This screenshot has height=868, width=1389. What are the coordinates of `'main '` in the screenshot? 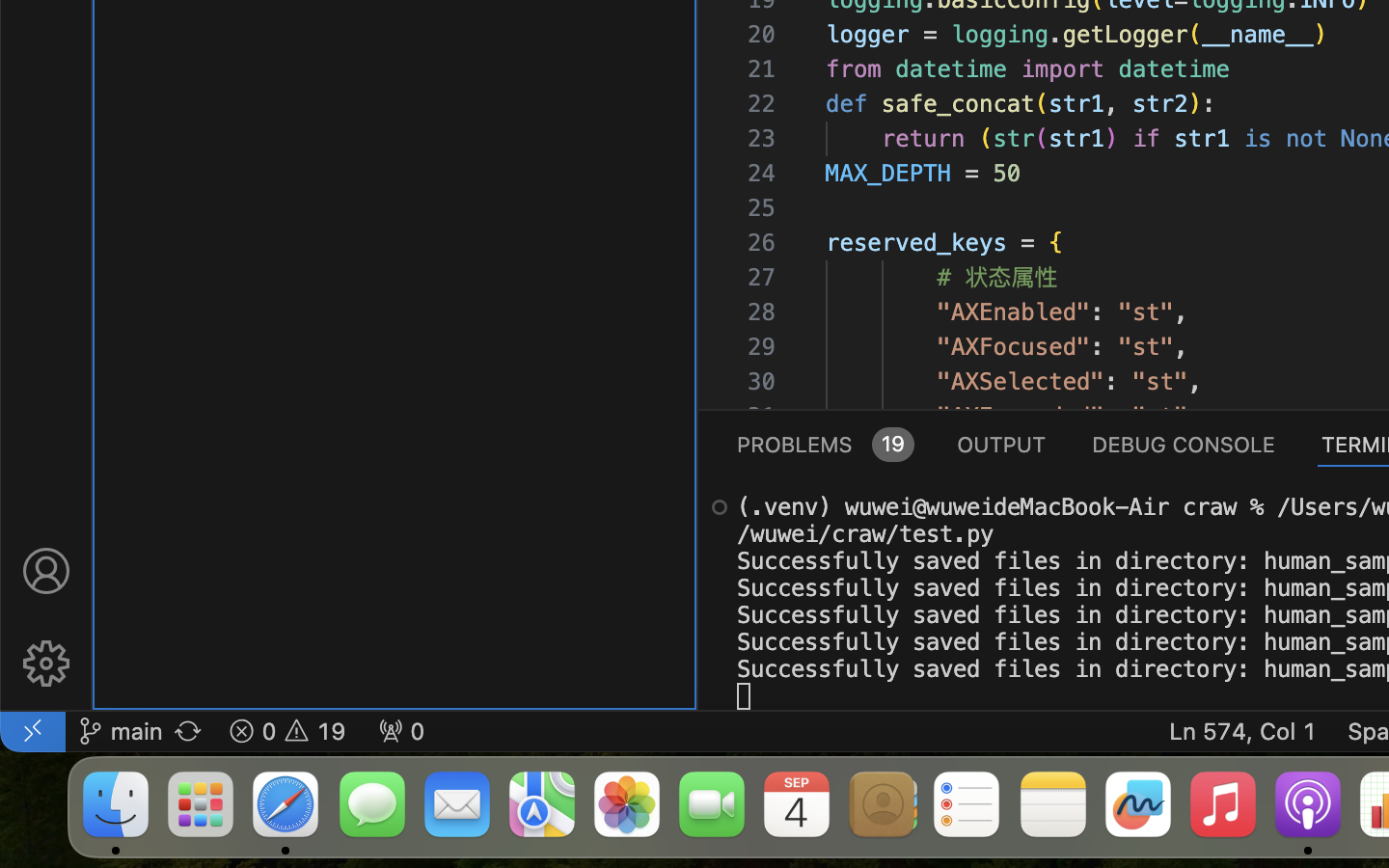 It's located at (119, 729).